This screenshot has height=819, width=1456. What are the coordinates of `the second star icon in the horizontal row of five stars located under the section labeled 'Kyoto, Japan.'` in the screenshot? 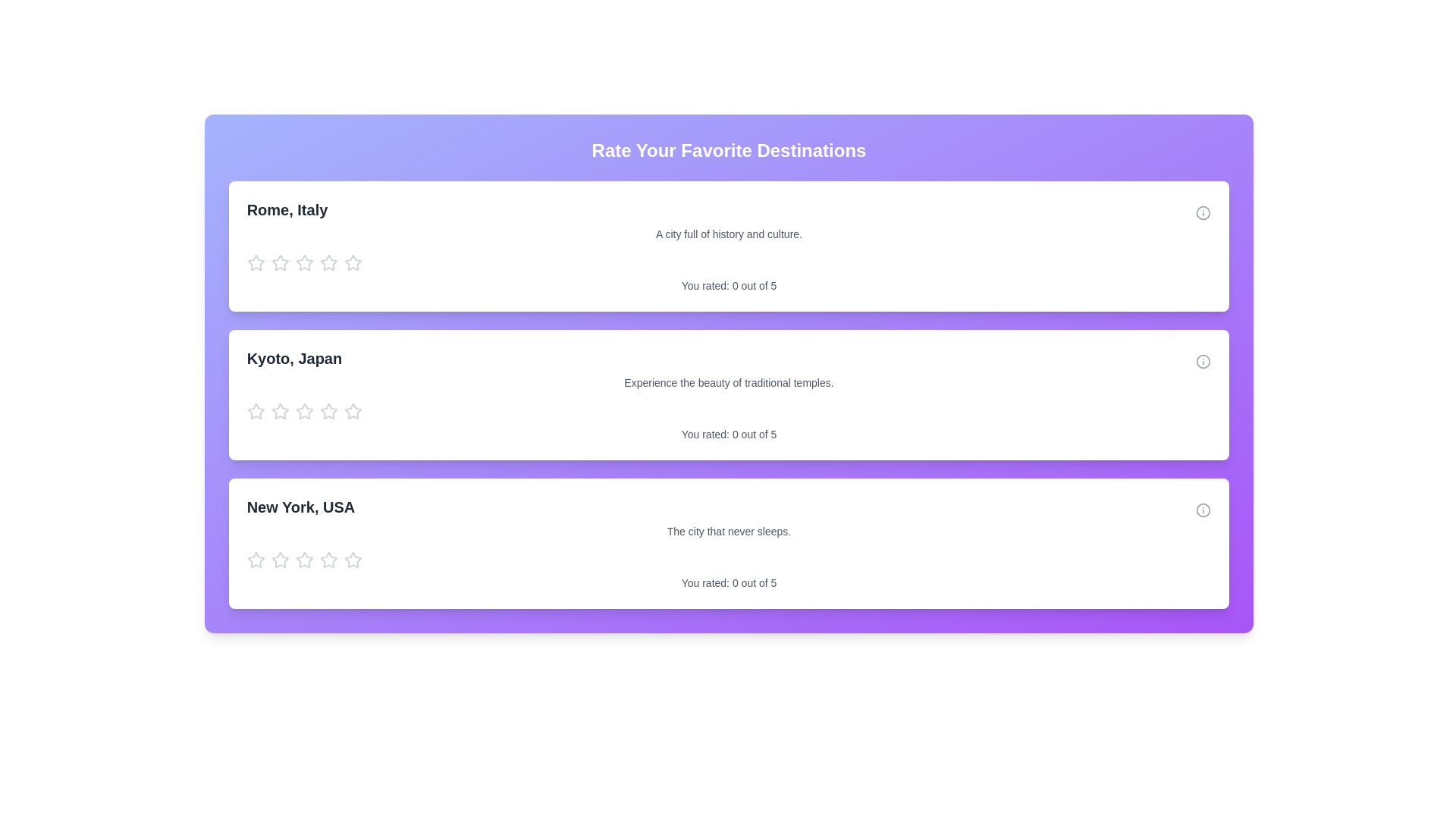 It's located at (280, 412).